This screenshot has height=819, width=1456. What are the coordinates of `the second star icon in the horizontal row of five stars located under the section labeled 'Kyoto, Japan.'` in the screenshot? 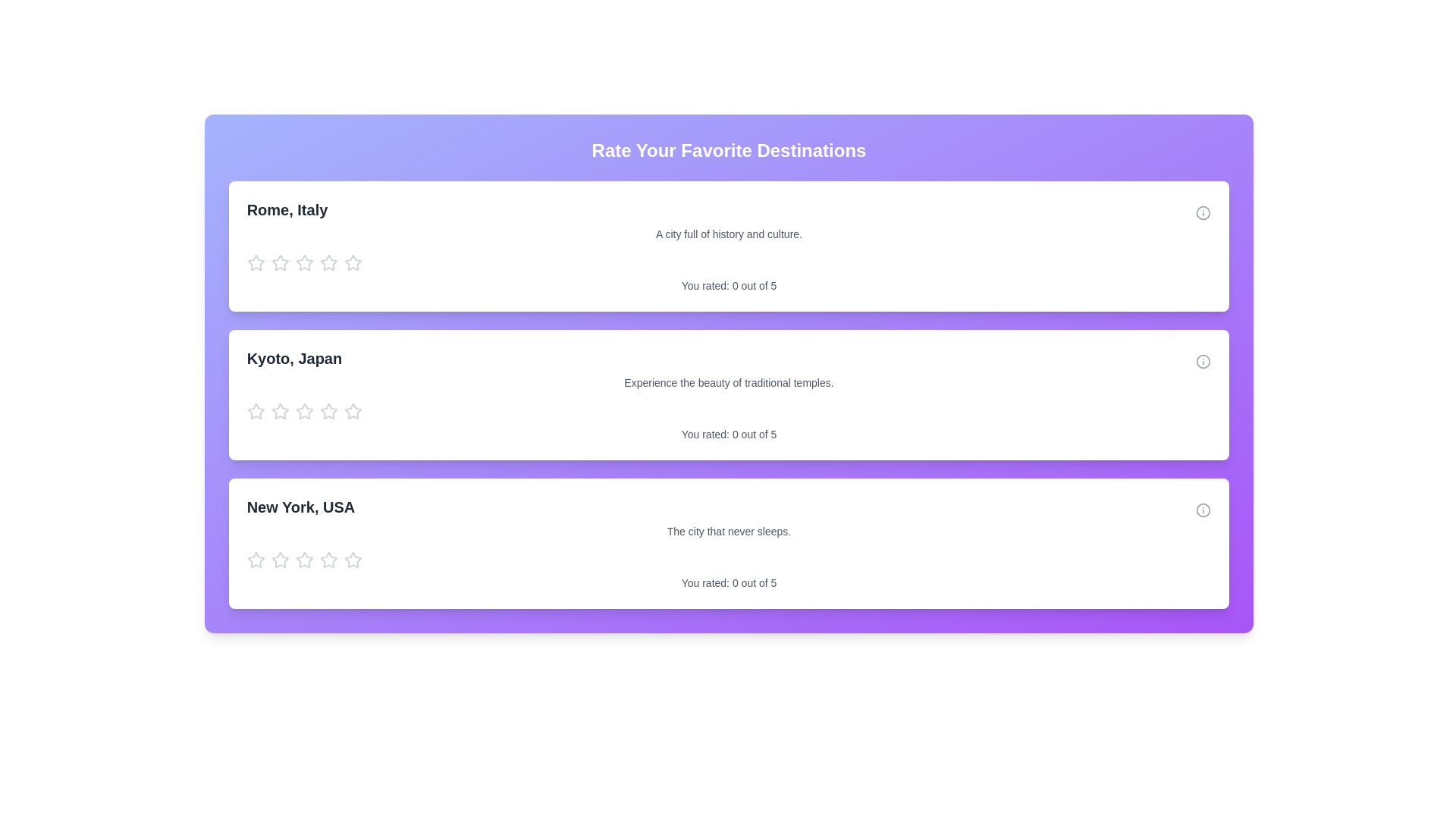 It's located at (280, 412).